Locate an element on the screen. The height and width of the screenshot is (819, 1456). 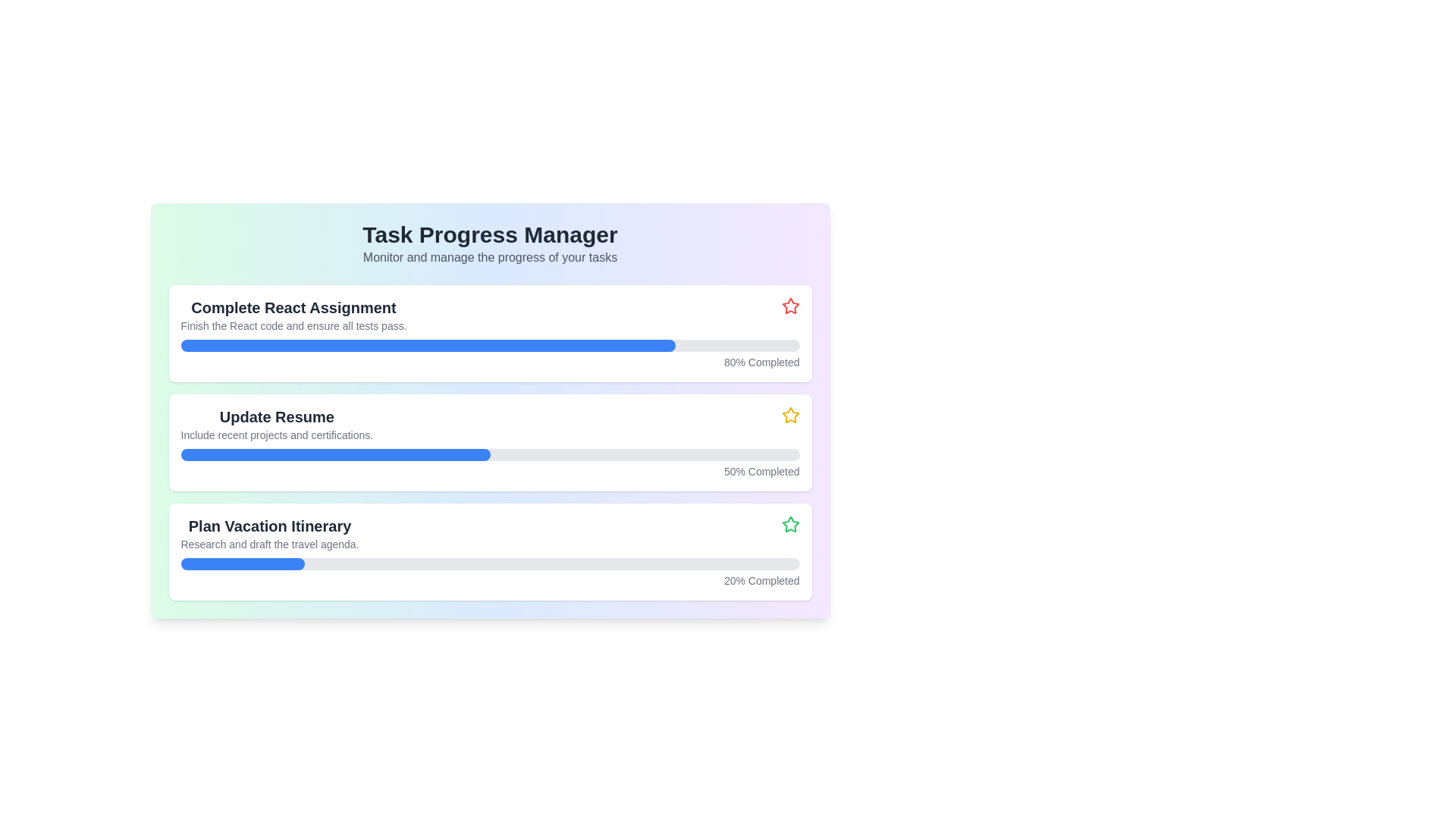
the text of the first to-do item located beneath the 'Task Progress Manager' heading for copying is located at coordinates (293, 315).